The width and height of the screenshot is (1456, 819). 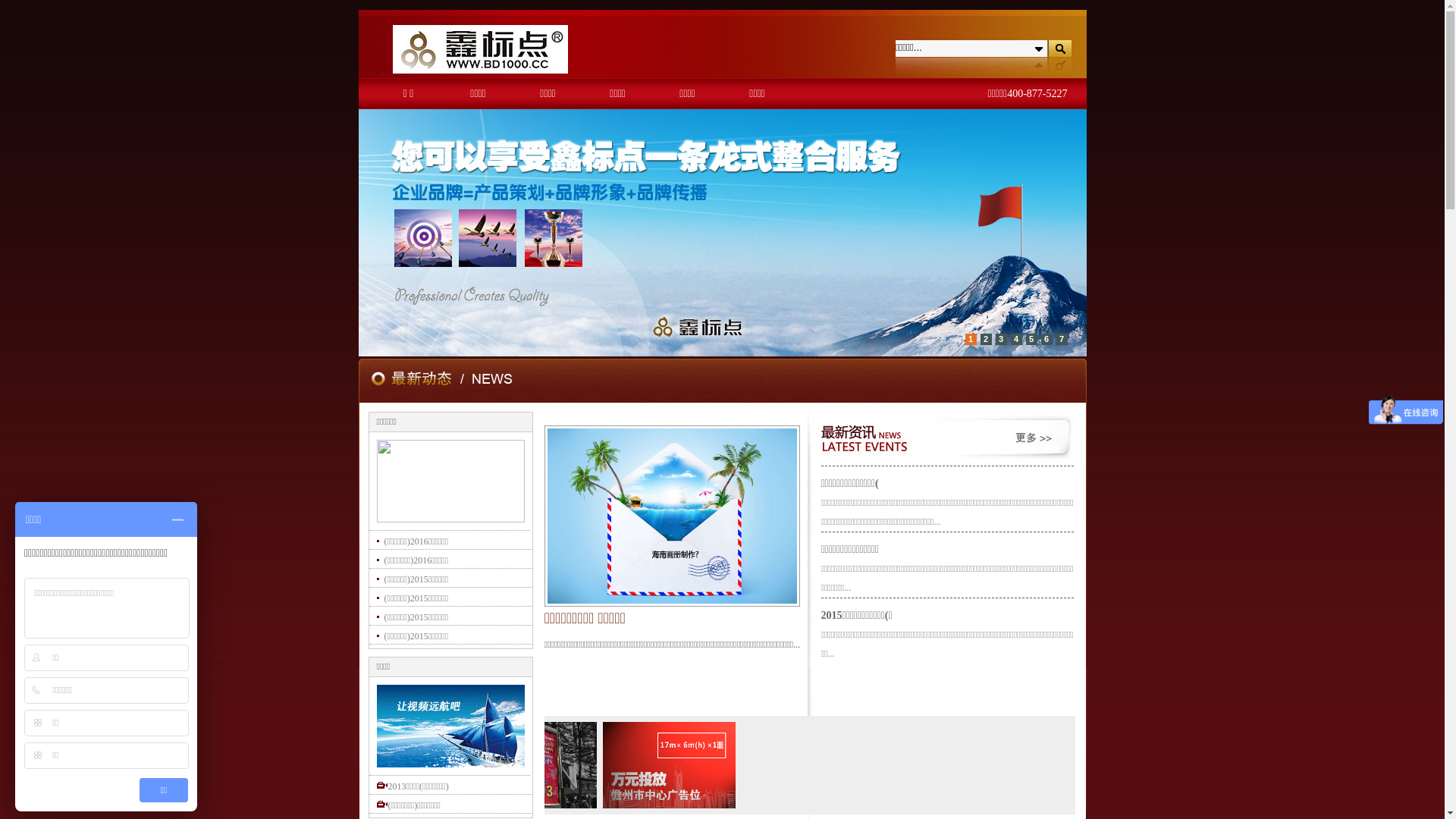 What do you see at coordinates (1031, 338) in the screenshot?
I see `'5'` at bounding box center [1031, 338].